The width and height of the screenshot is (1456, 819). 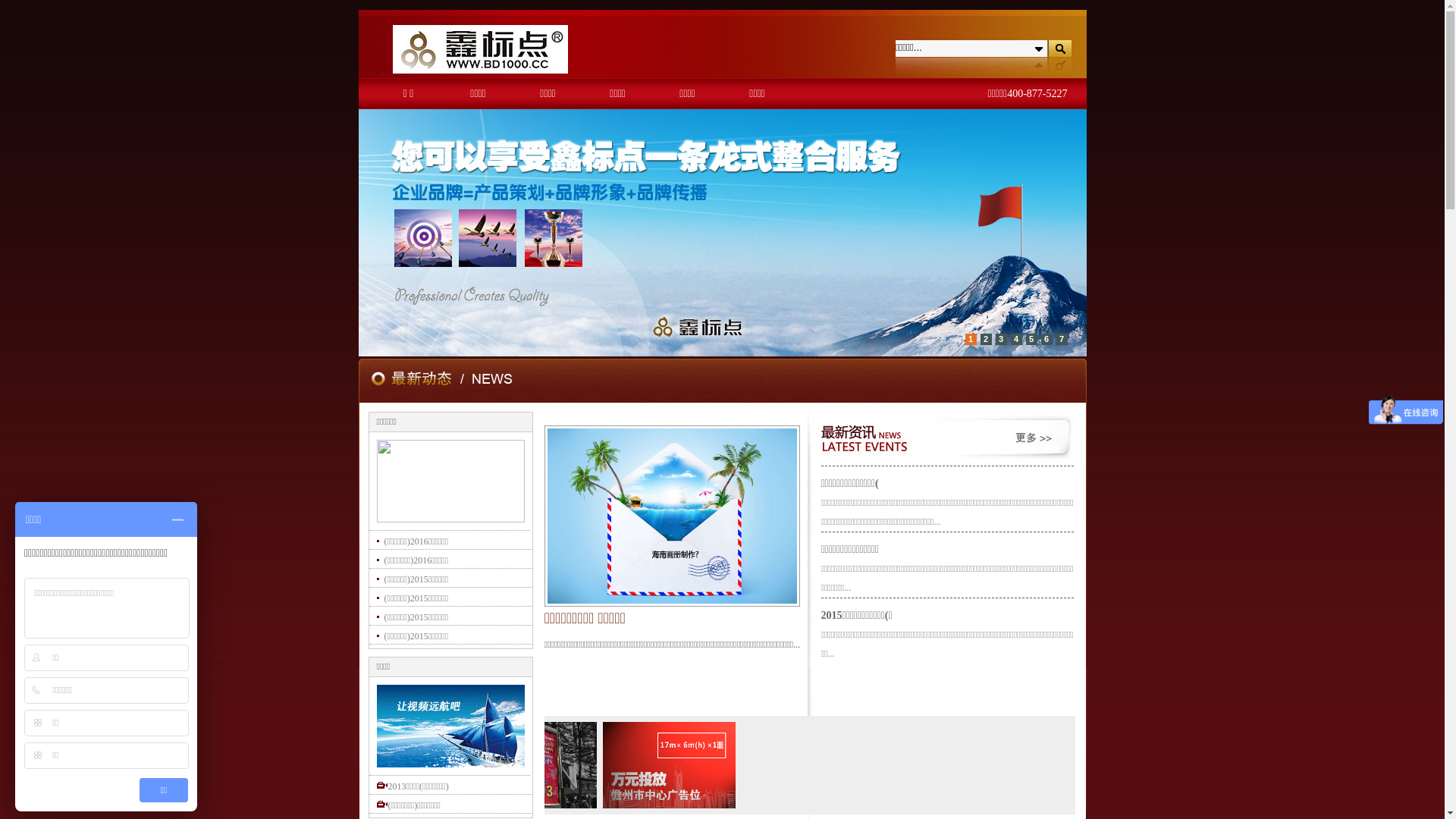 What do you see at coordinates (1031, 338) in the screenshot?
I see `'5'` at bounding box center [1031, 338].